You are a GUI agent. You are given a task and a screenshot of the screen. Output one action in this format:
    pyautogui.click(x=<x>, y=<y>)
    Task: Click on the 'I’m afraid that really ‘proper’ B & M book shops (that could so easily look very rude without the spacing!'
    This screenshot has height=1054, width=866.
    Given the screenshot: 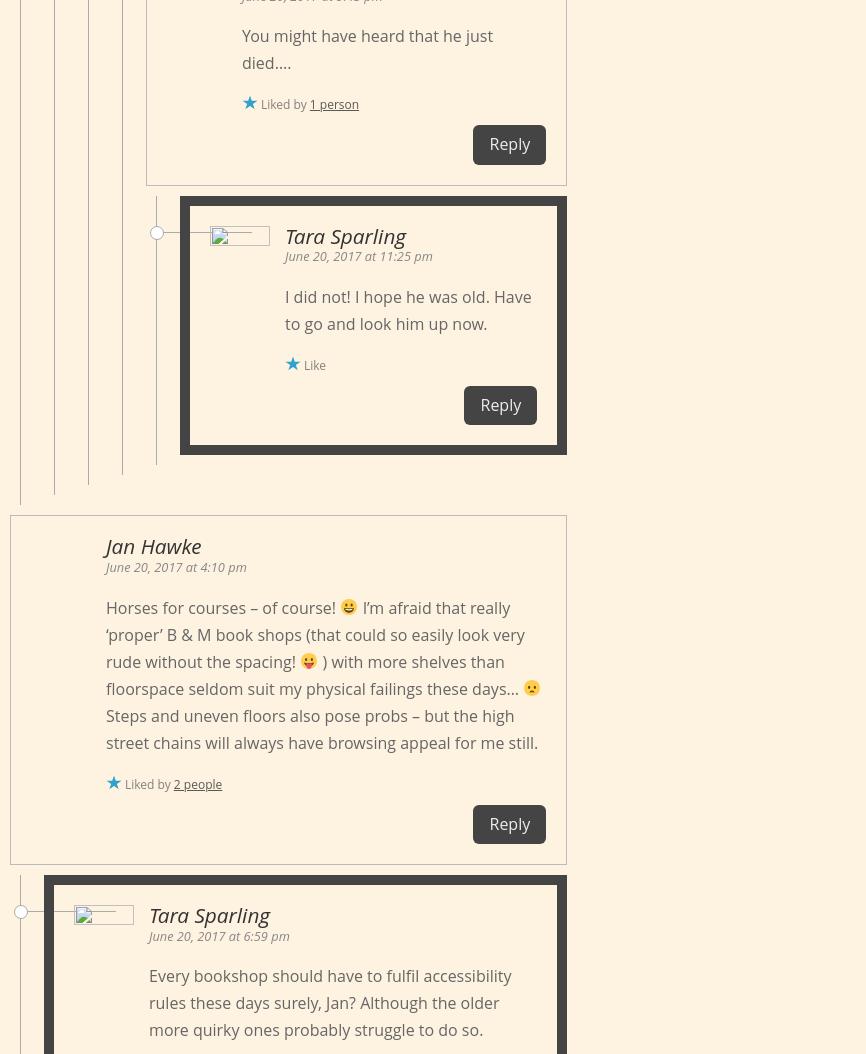 What is the action you would take?
    pyautogui.click(x=105, y=633)
    